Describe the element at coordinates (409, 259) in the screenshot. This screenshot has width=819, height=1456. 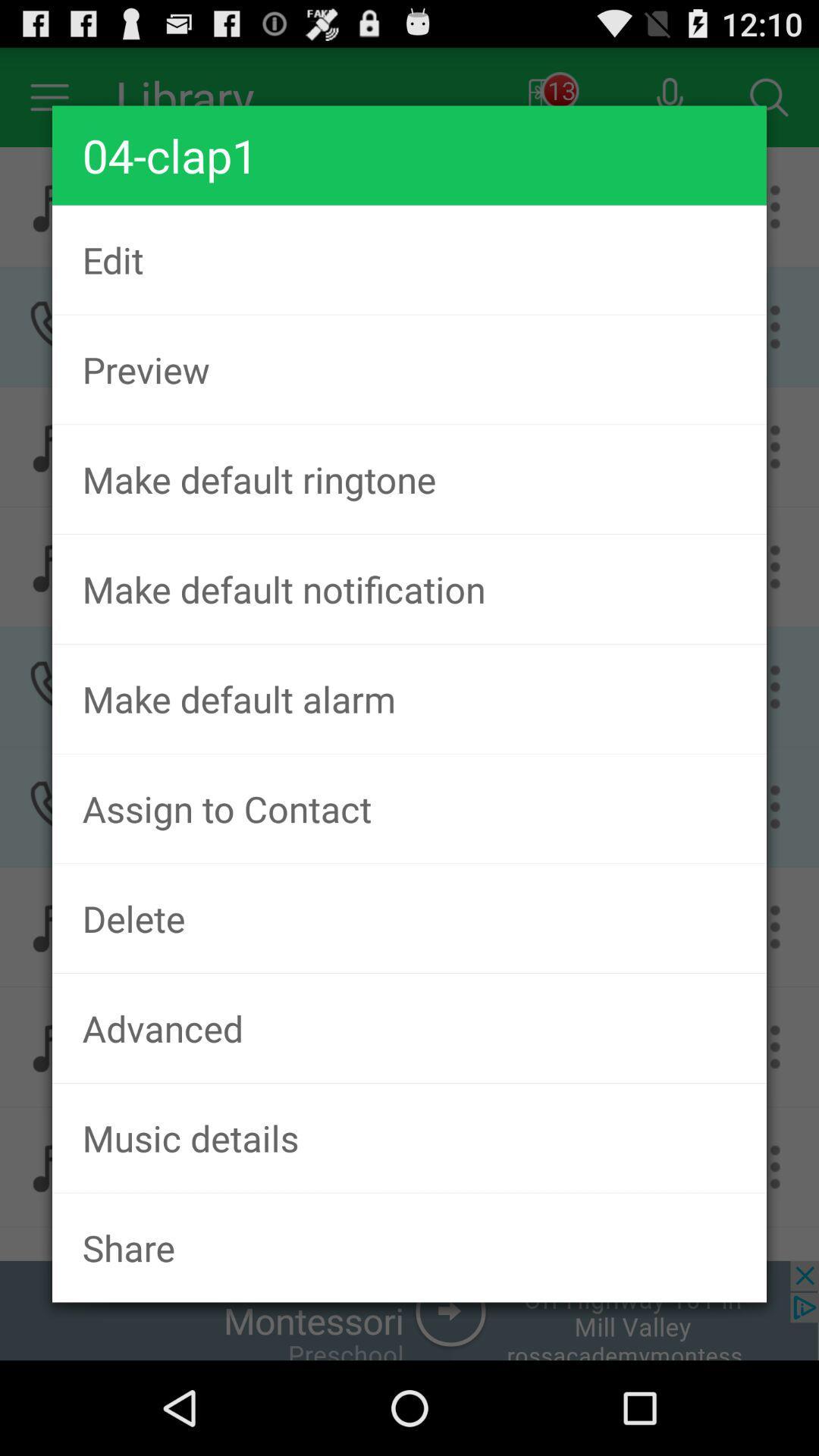
I see `edit` at that location.